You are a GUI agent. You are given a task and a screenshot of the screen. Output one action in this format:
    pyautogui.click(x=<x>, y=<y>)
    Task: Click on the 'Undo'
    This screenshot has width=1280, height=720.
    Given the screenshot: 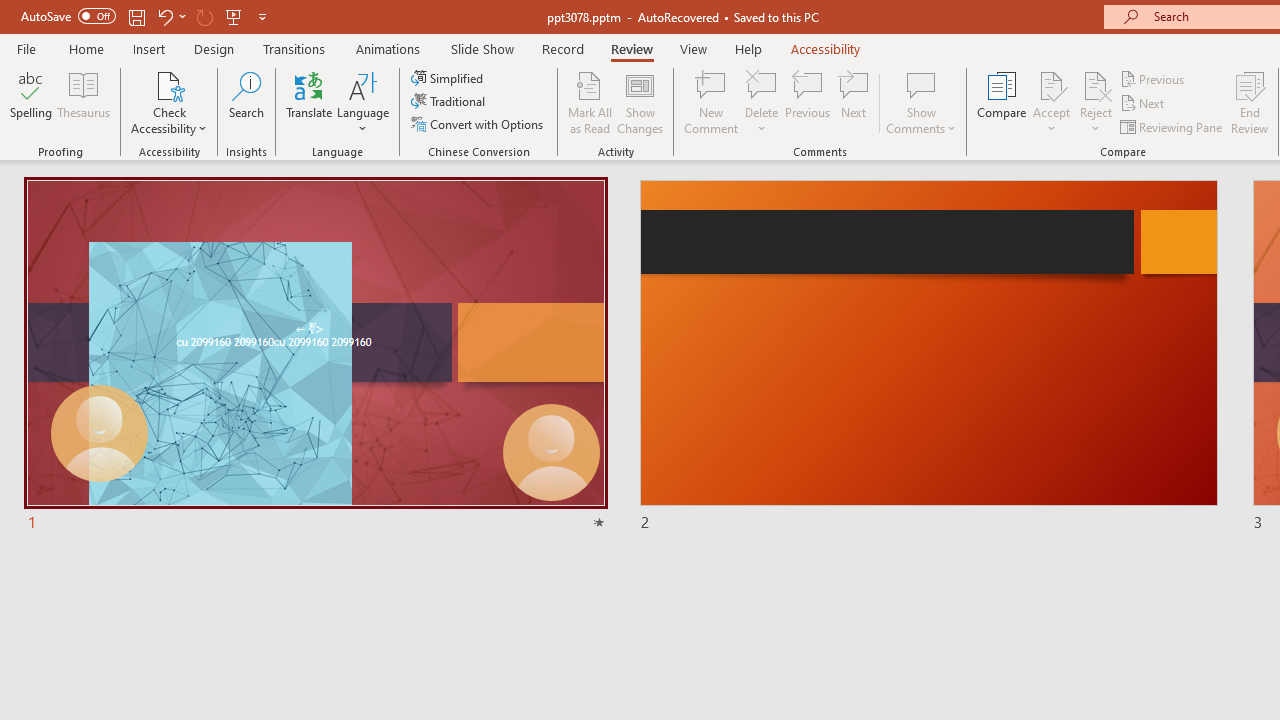 What is the action you would take?
    pyautogui.click(x=164, y=16)
    